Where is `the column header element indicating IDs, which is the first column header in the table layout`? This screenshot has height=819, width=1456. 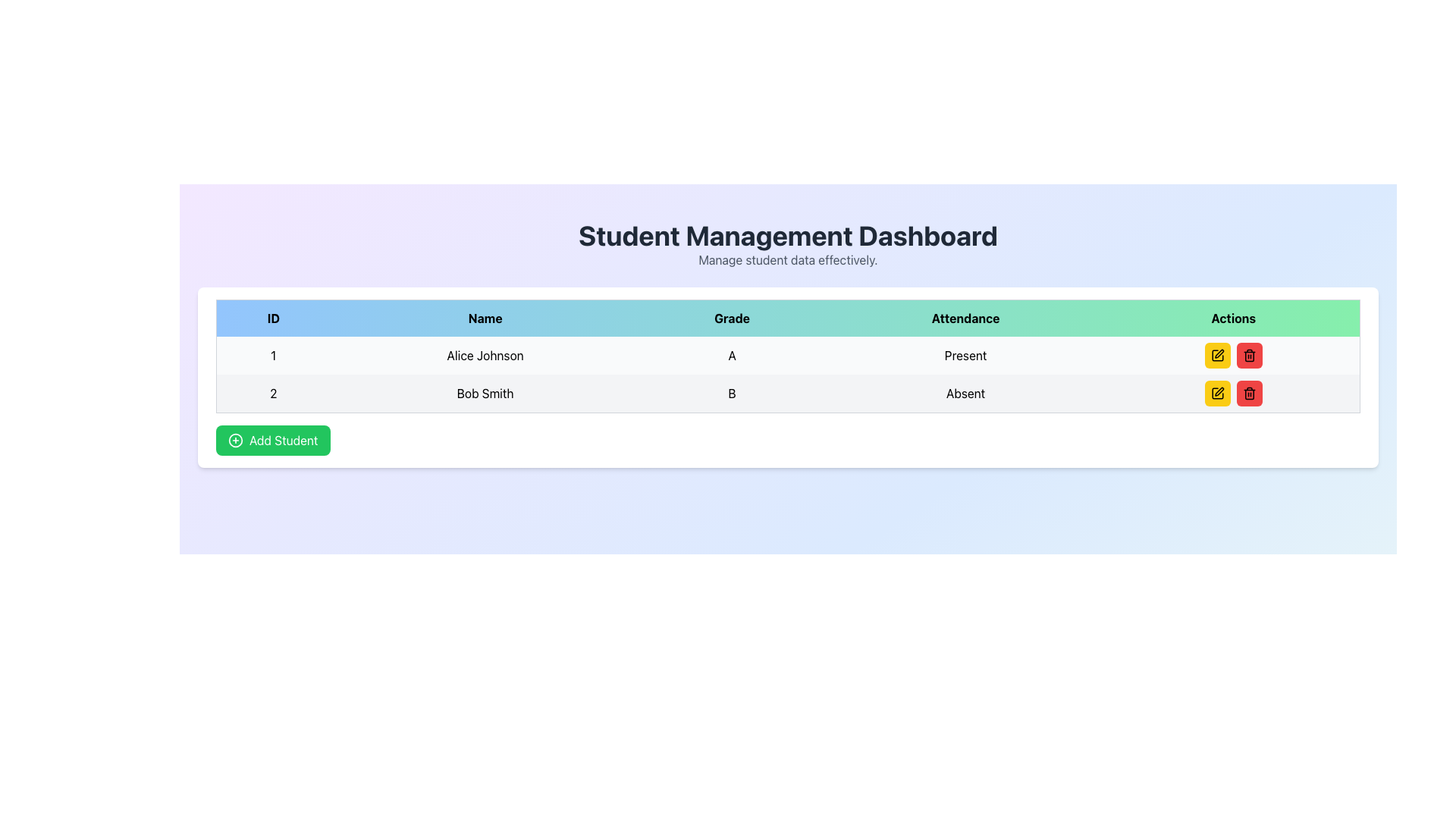
the column header element indicating IDs, which is the first column header in the table layout is located at coordinates (273, 317).